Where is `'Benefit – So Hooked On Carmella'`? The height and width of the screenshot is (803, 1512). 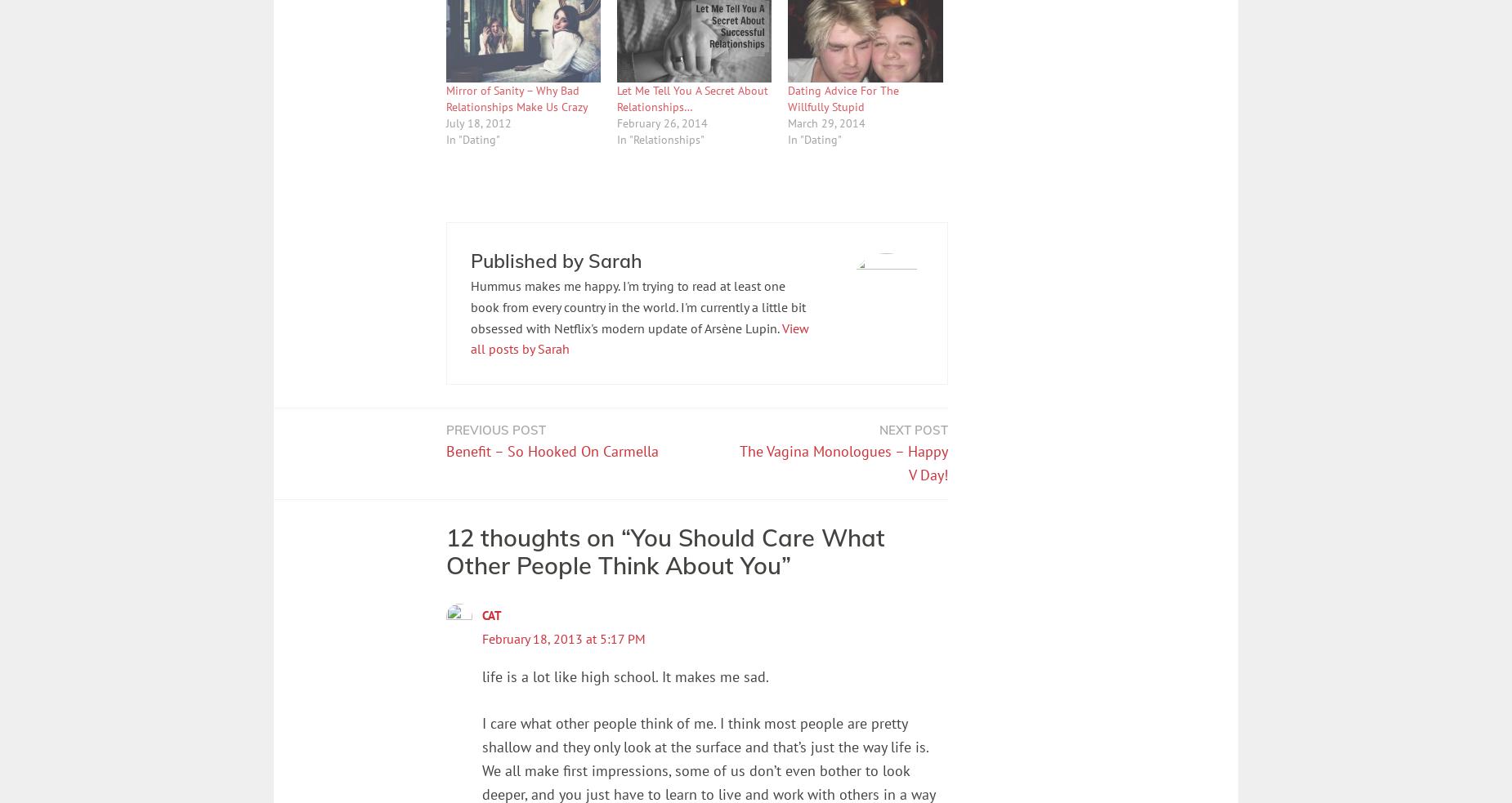 'Benefit – So Hooked On Carmella' is located at coordinates (552, 450).